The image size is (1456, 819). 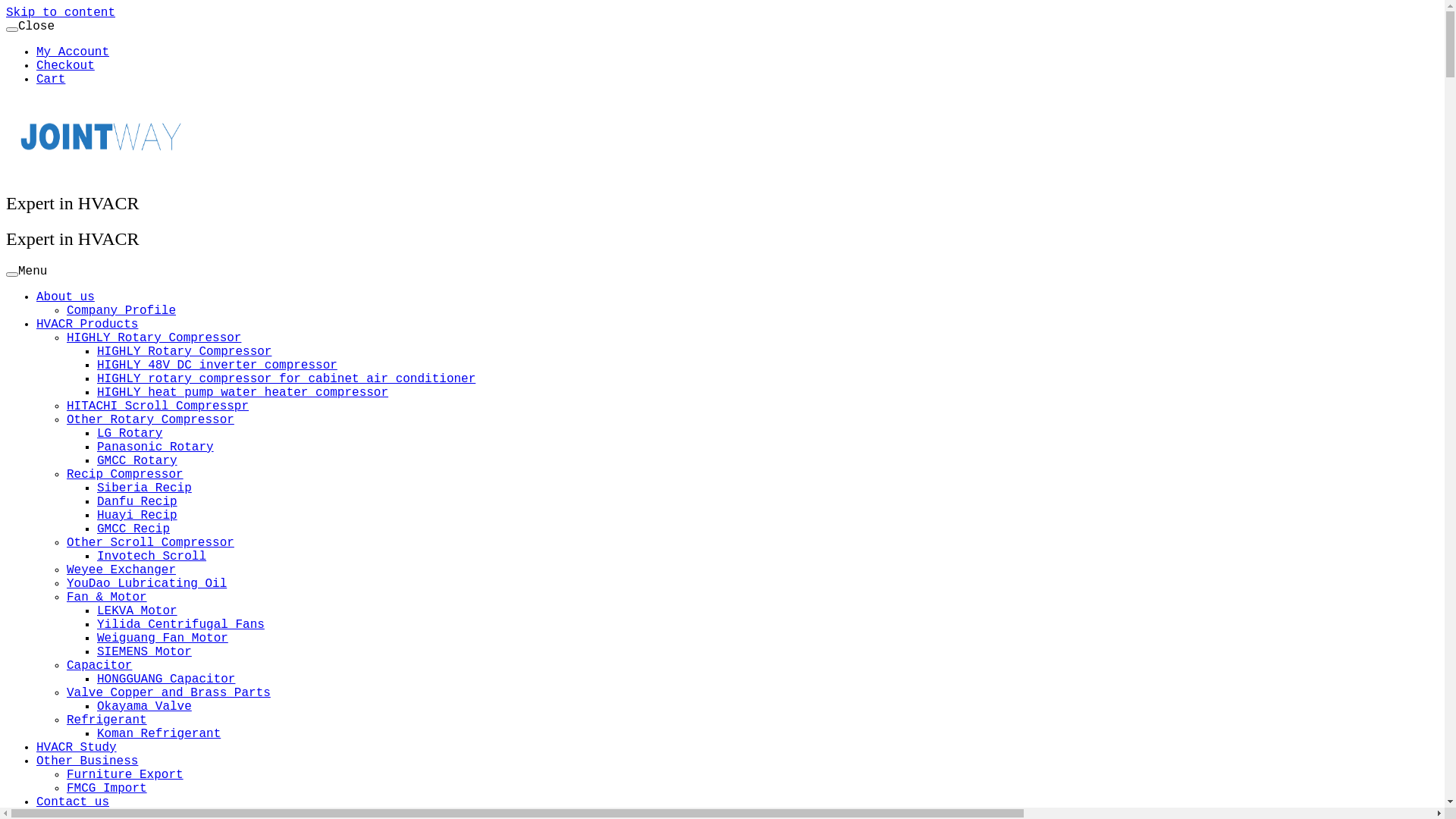 What do you see at coordinates (64, 297) in the screenshot?
I see `'About us'` at bounding box center [64, 297].